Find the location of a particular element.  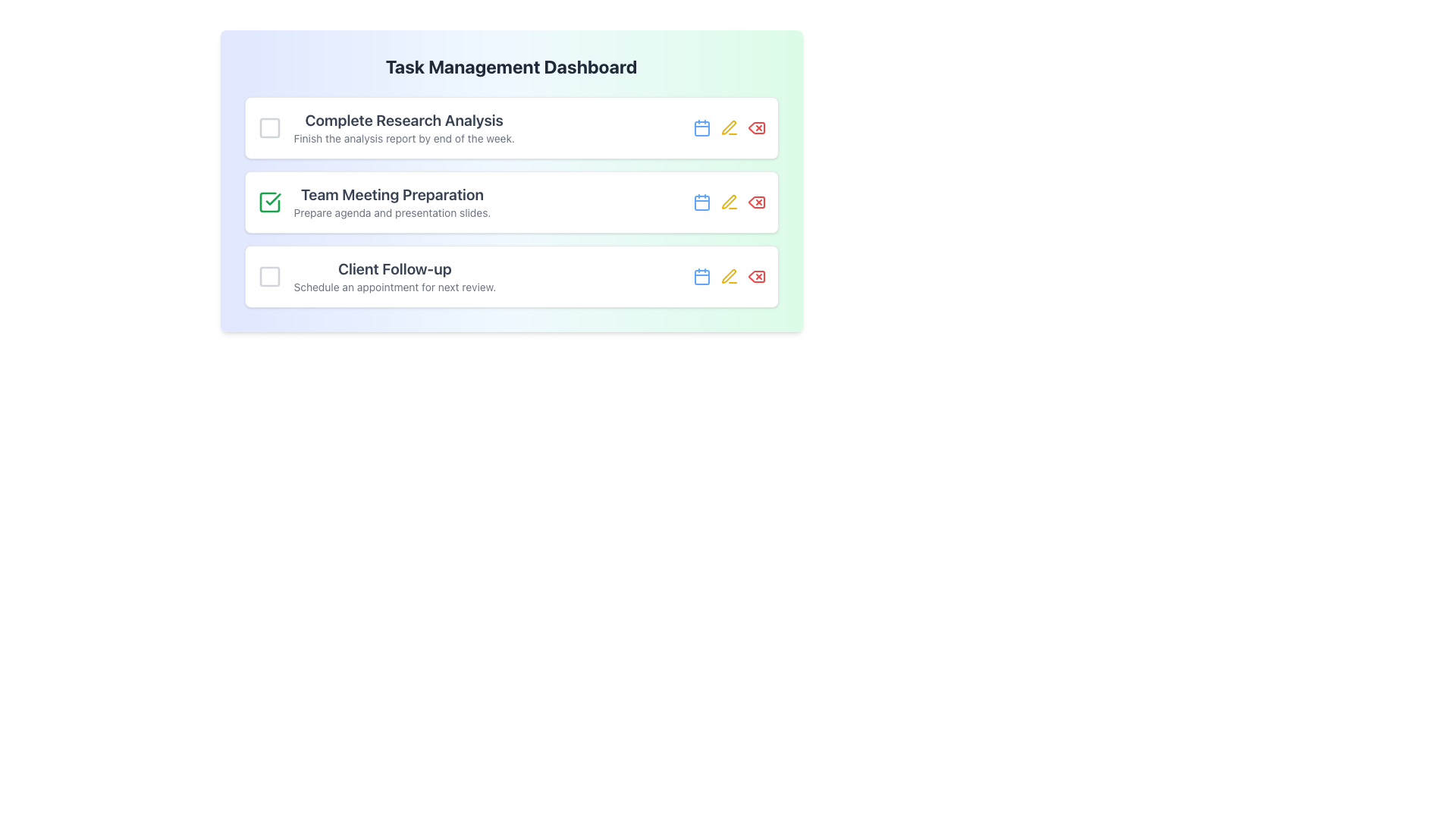

the calendar icon located in the third task row of the Task Management Dashboard, positioned to the right of 'Client Follow-up' is located at coordinates (701, 277).